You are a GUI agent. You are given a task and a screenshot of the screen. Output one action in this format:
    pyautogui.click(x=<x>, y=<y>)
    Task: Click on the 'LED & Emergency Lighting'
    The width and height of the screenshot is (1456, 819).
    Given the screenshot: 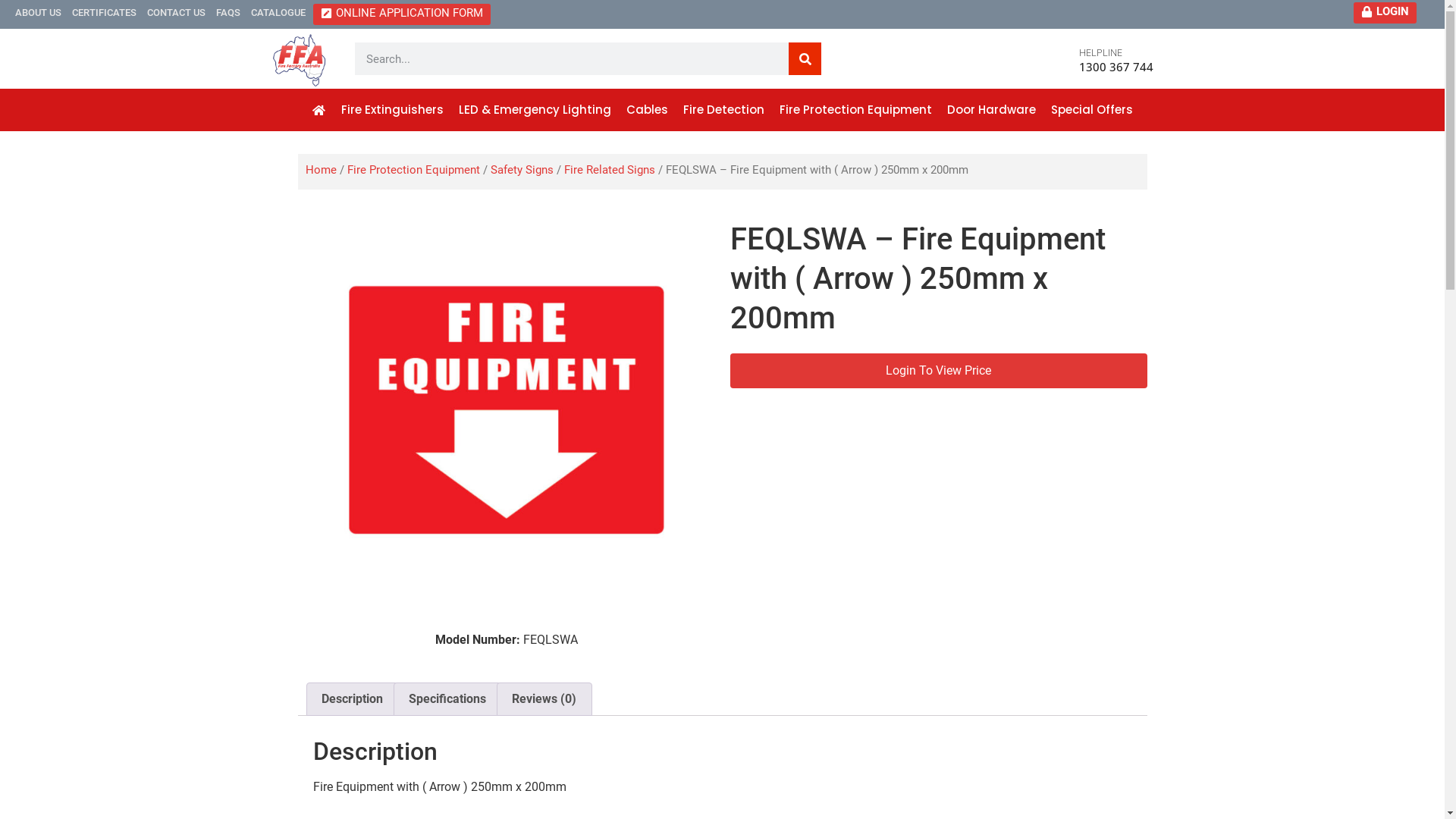 What is the action you would take?
    pyautogui.click(x=535, y=109)
    